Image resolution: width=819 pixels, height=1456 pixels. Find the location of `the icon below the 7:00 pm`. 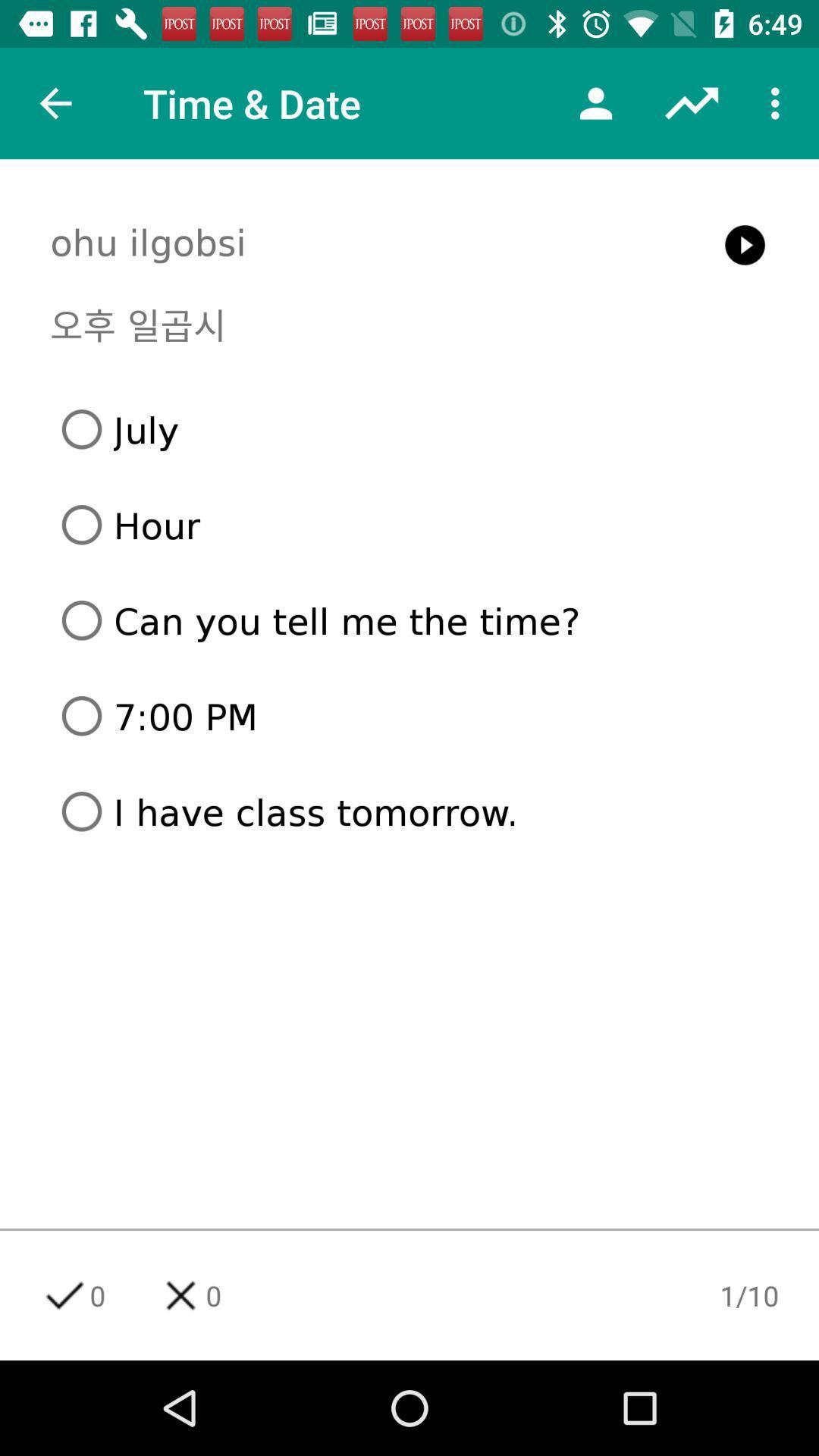

the icon below the 7:00 pm is located at coordinates (415, 811).